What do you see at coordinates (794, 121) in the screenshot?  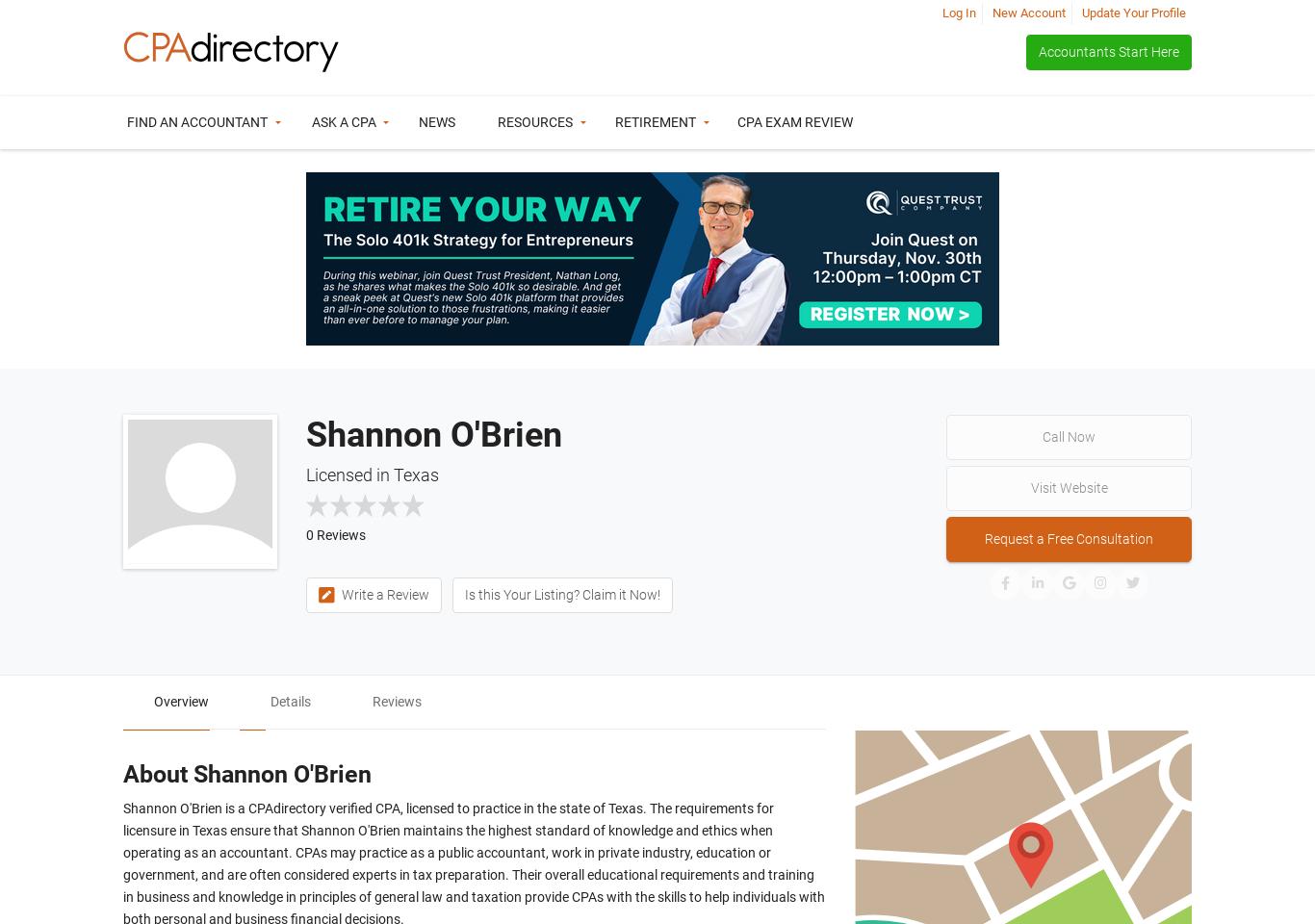 I see `'CPA Exam Review'` at bounding box center [794, 121].